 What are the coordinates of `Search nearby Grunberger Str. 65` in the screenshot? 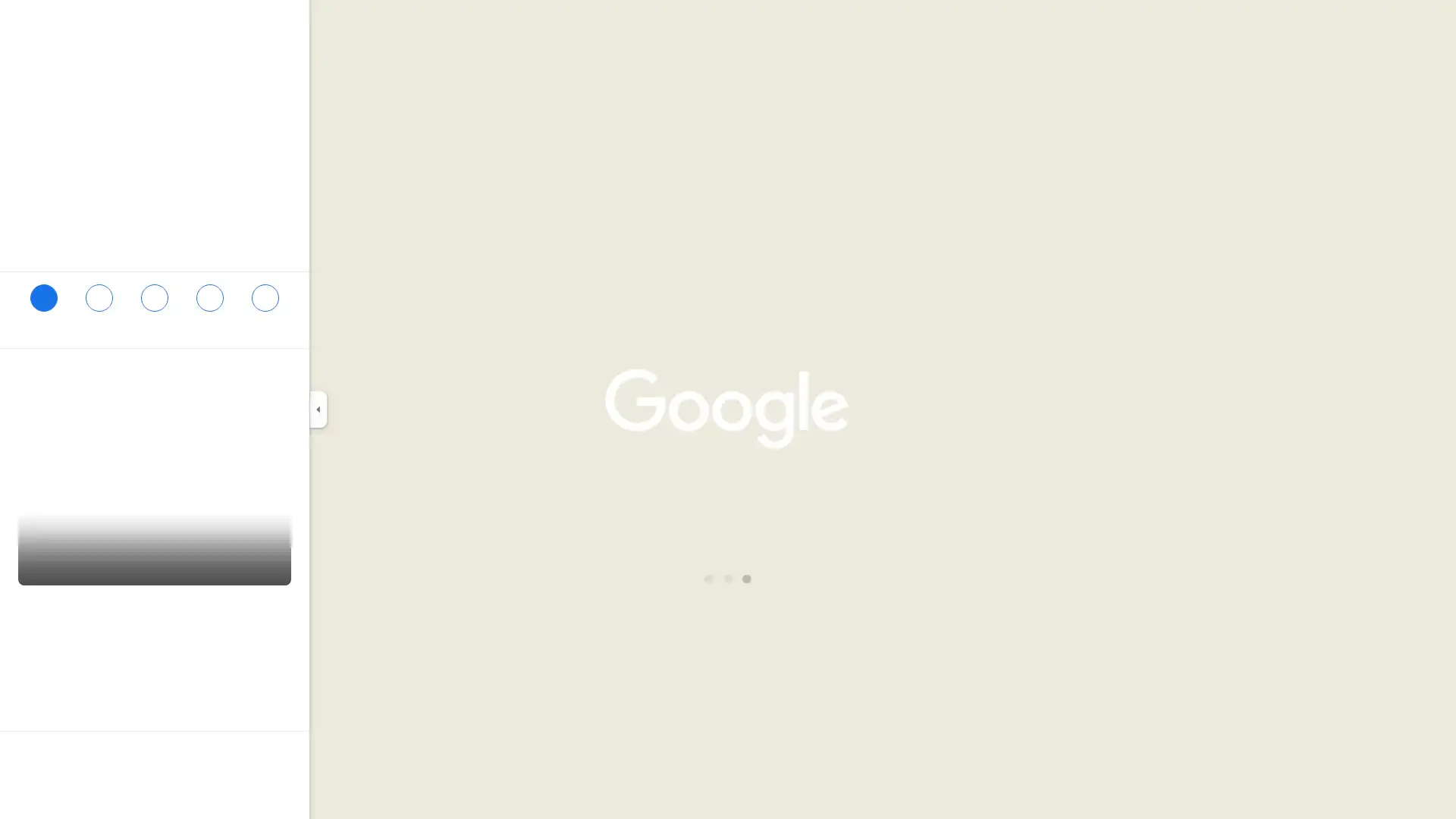 It's located at (154, 304).